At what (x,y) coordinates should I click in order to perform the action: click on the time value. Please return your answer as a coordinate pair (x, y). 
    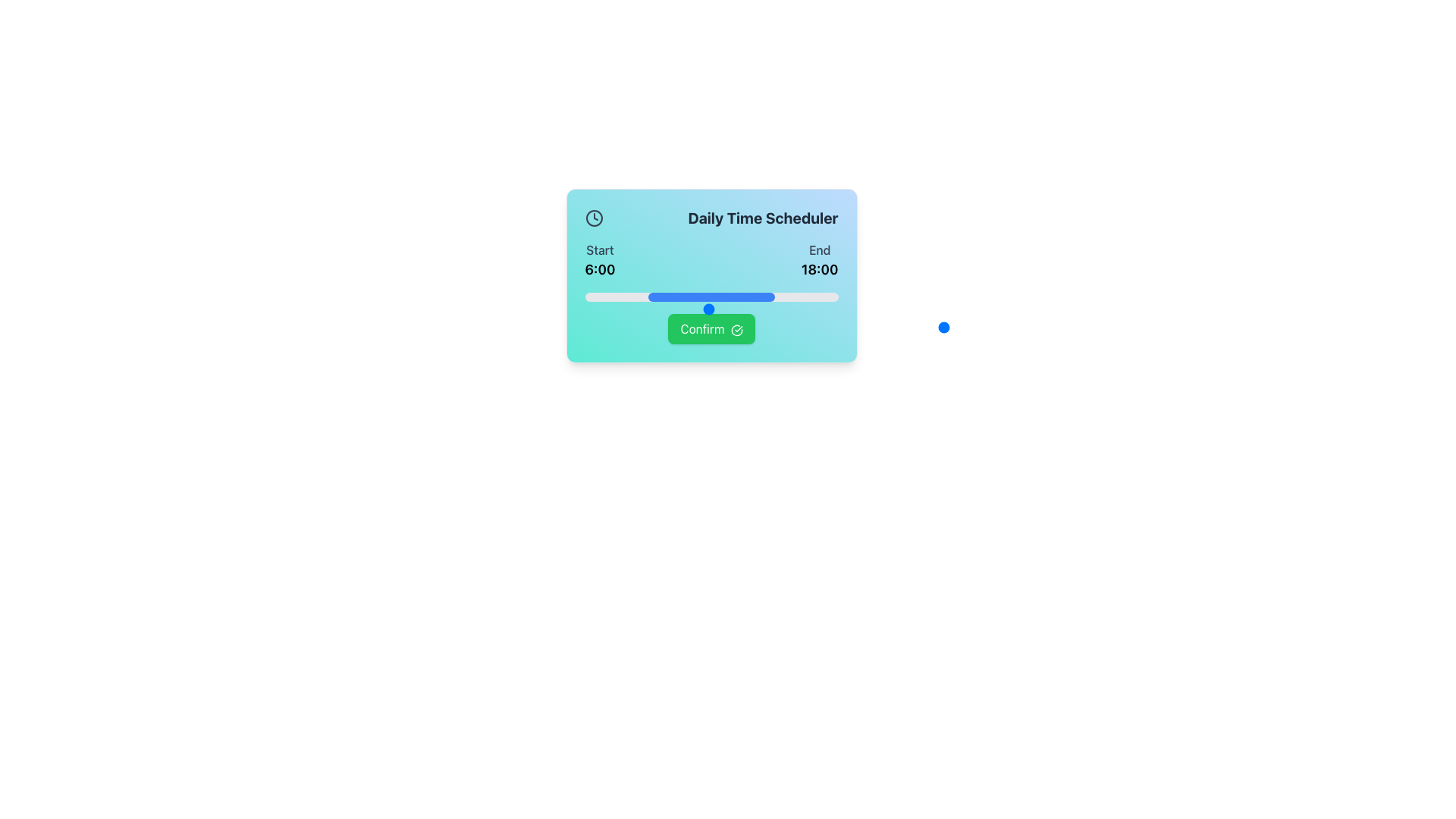
    Looking at the image, I should click on (725, 309).